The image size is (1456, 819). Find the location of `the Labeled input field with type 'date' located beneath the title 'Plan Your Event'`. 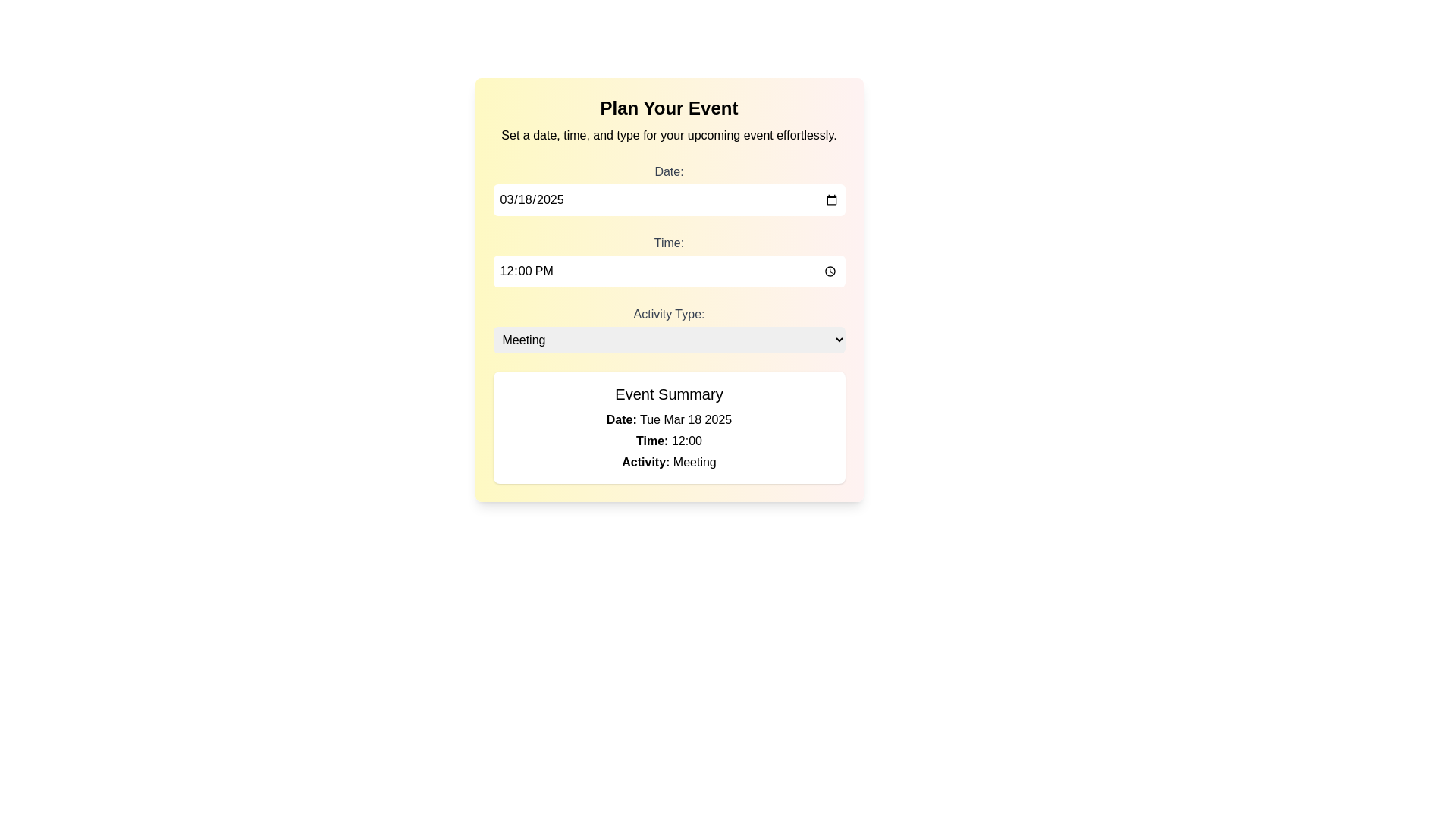

the Labeled input field with type 'date' located beneath the title 'Plan Your Event' is located at coordinates (668, 189).